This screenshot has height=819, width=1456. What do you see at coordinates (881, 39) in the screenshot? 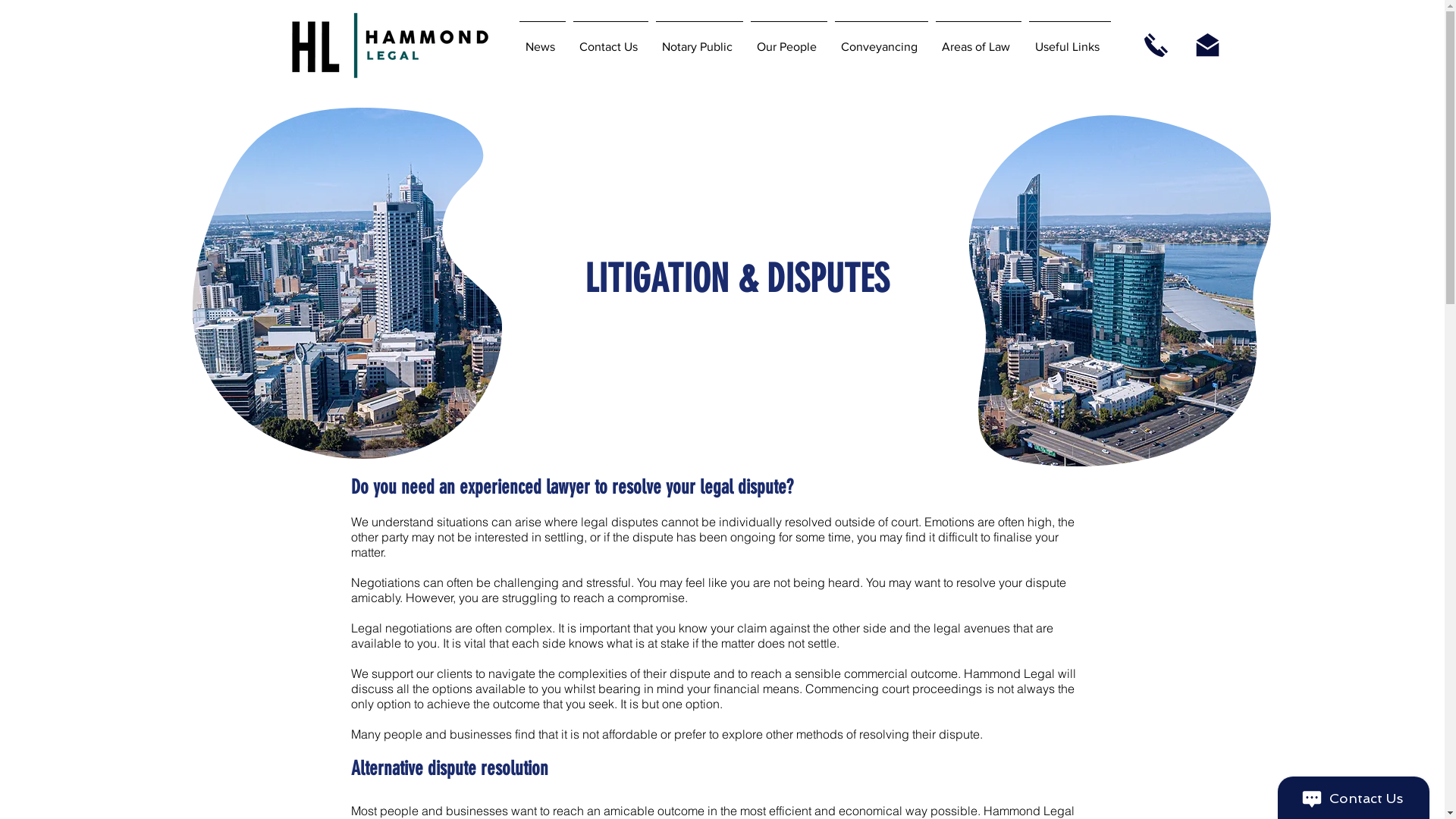
I see `'Conveyancing'` at bounding box center [881, 39].